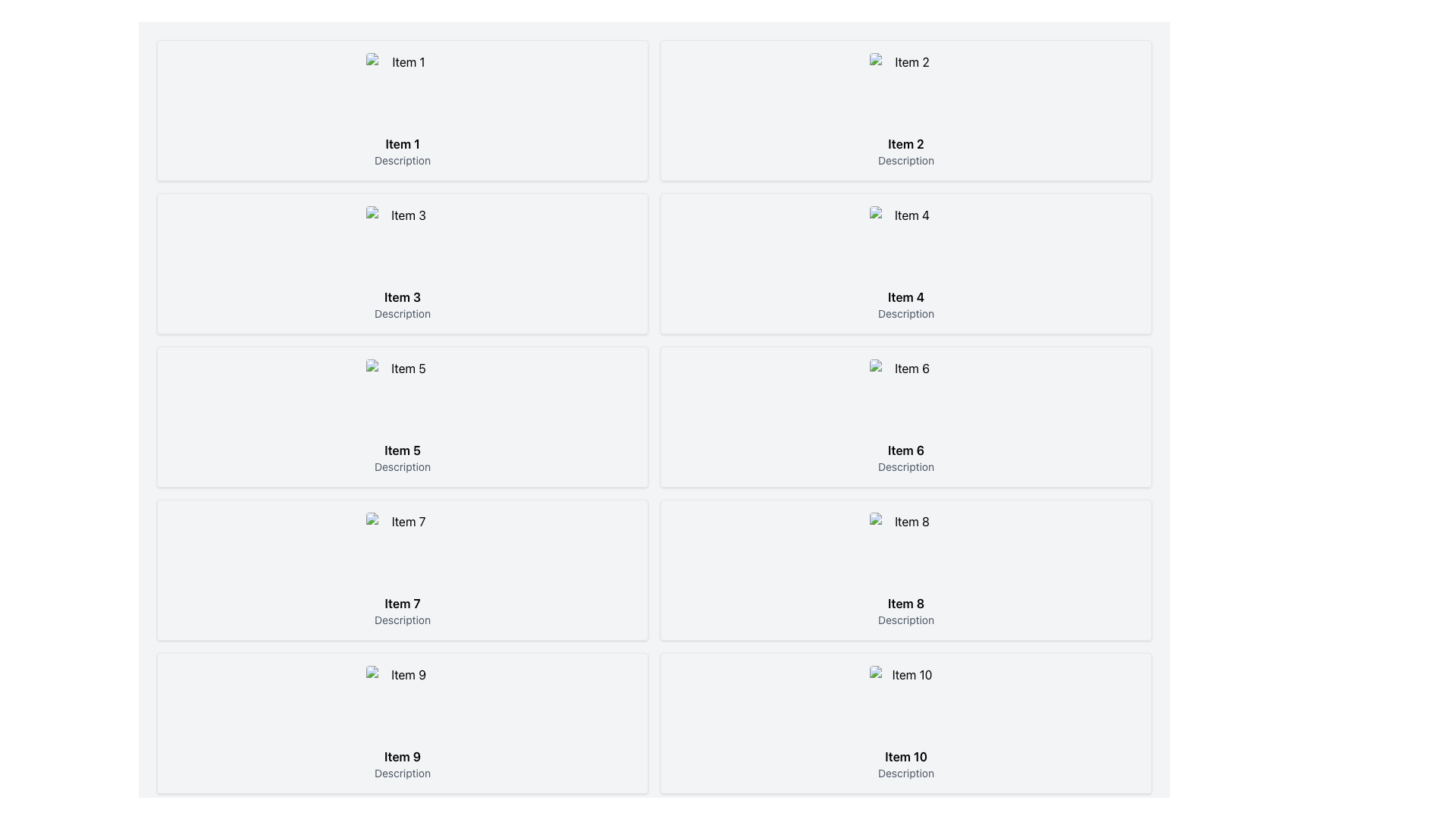 Image resolution: width=1456 pixels, height=819 pixels. Describe the element at coordinates (403, 549) in the screenshot. I see `the image thumbnail for 'Item 7'` at that location.